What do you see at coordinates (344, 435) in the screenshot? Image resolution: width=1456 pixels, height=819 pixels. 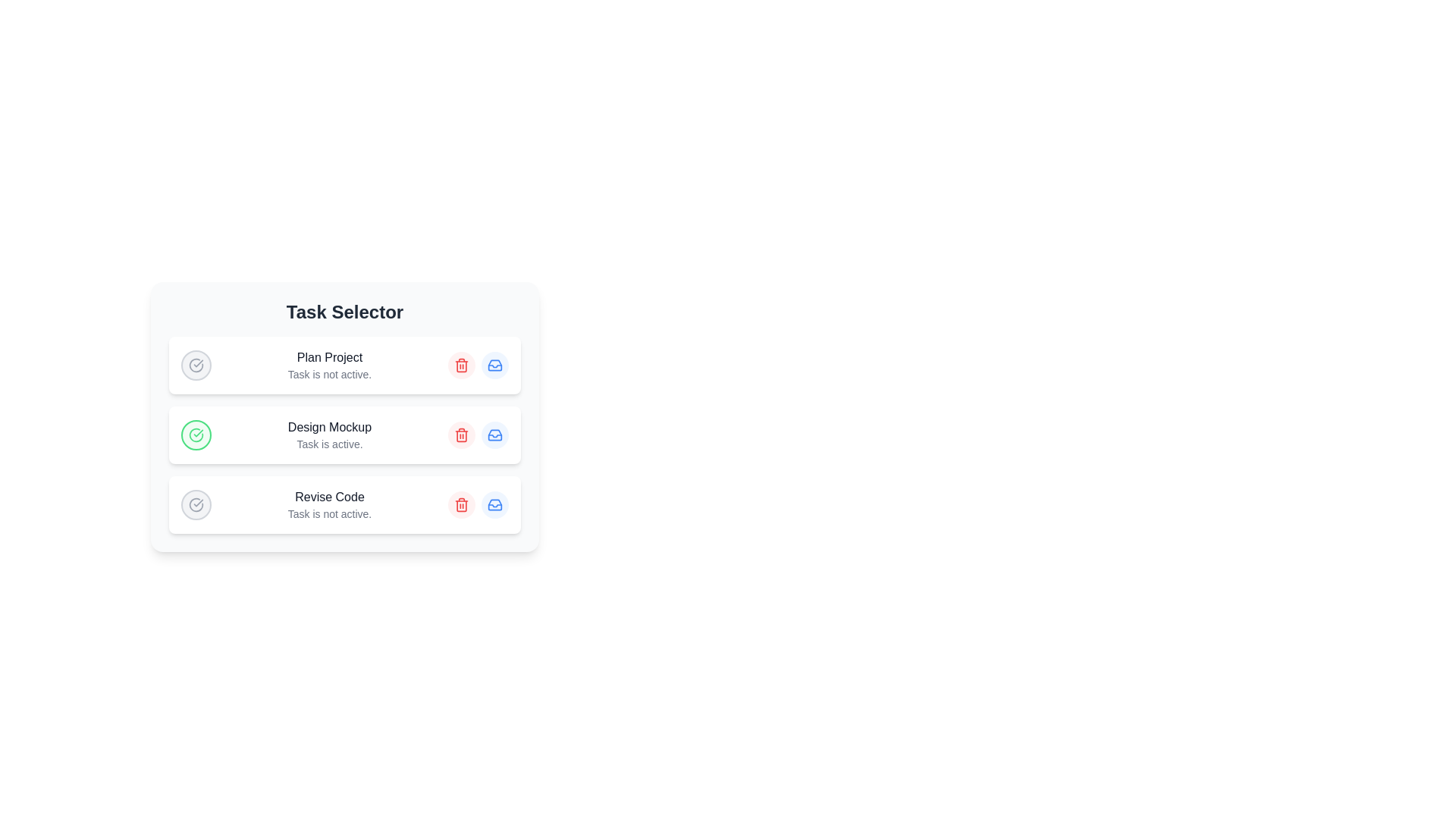 I see `the checkmark icon on the task selector item for 'Design Mockup' to mark it as active/inactive` at bounding box center [344, 435].